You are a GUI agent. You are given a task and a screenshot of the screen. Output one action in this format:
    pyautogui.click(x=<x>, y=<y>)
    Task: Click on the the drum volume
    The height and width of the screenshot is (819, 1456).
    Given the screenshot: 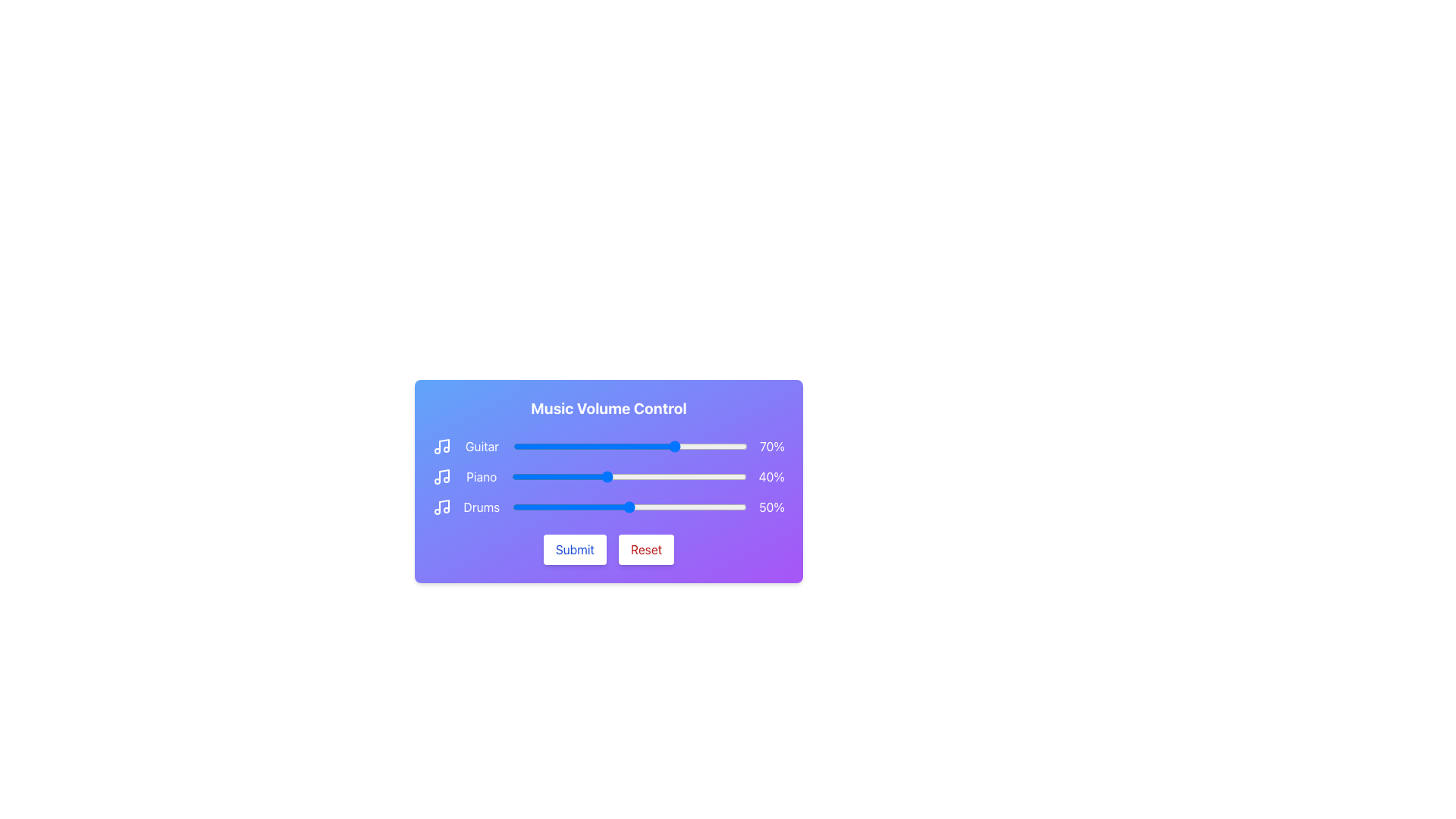 What is the action you would take?
    pyautogui.click(x=565, y=507)
    